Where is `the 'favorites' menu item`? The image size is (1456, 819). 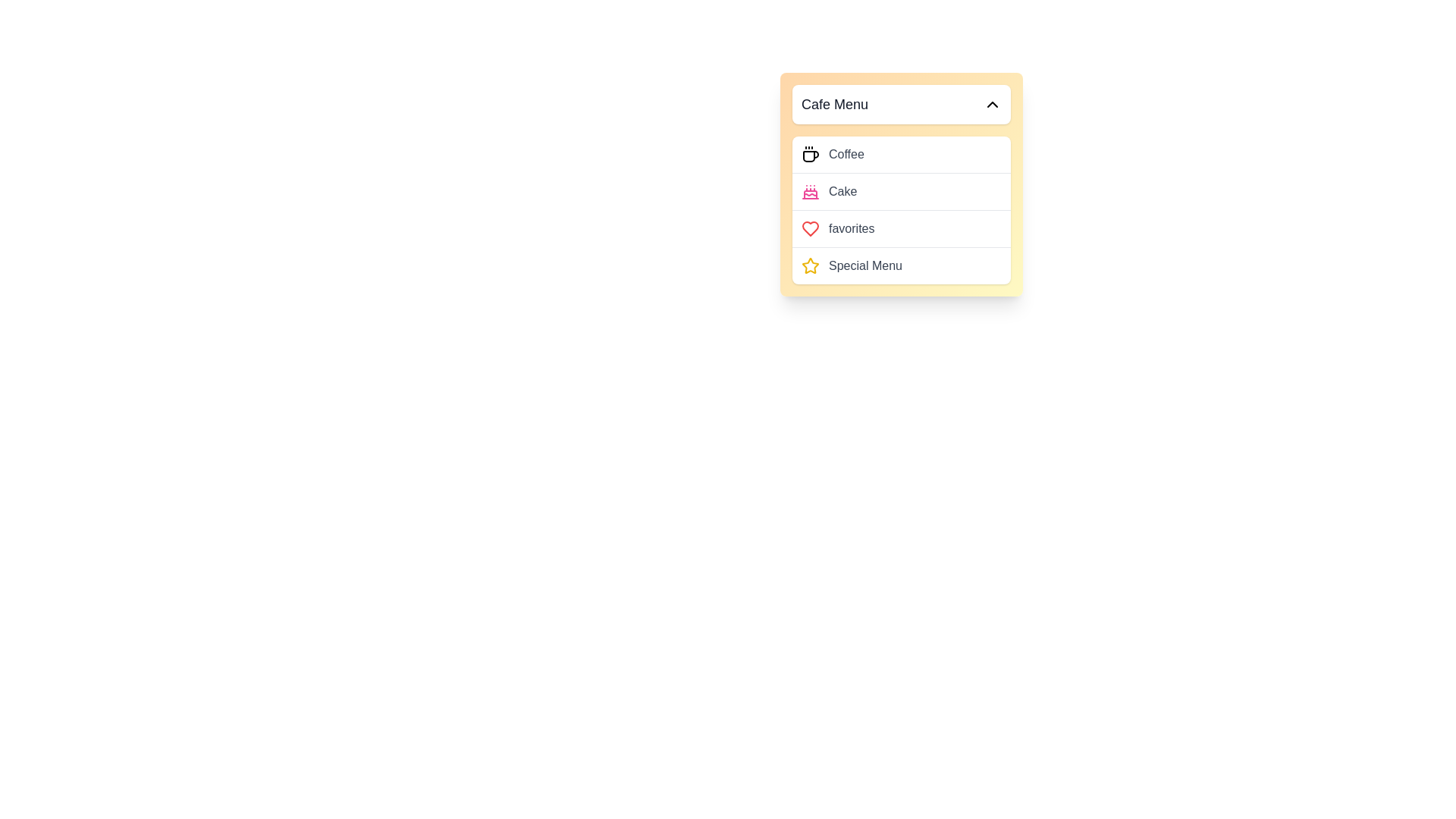 the 'favorites' menu item is located at coordinates (902, 210).